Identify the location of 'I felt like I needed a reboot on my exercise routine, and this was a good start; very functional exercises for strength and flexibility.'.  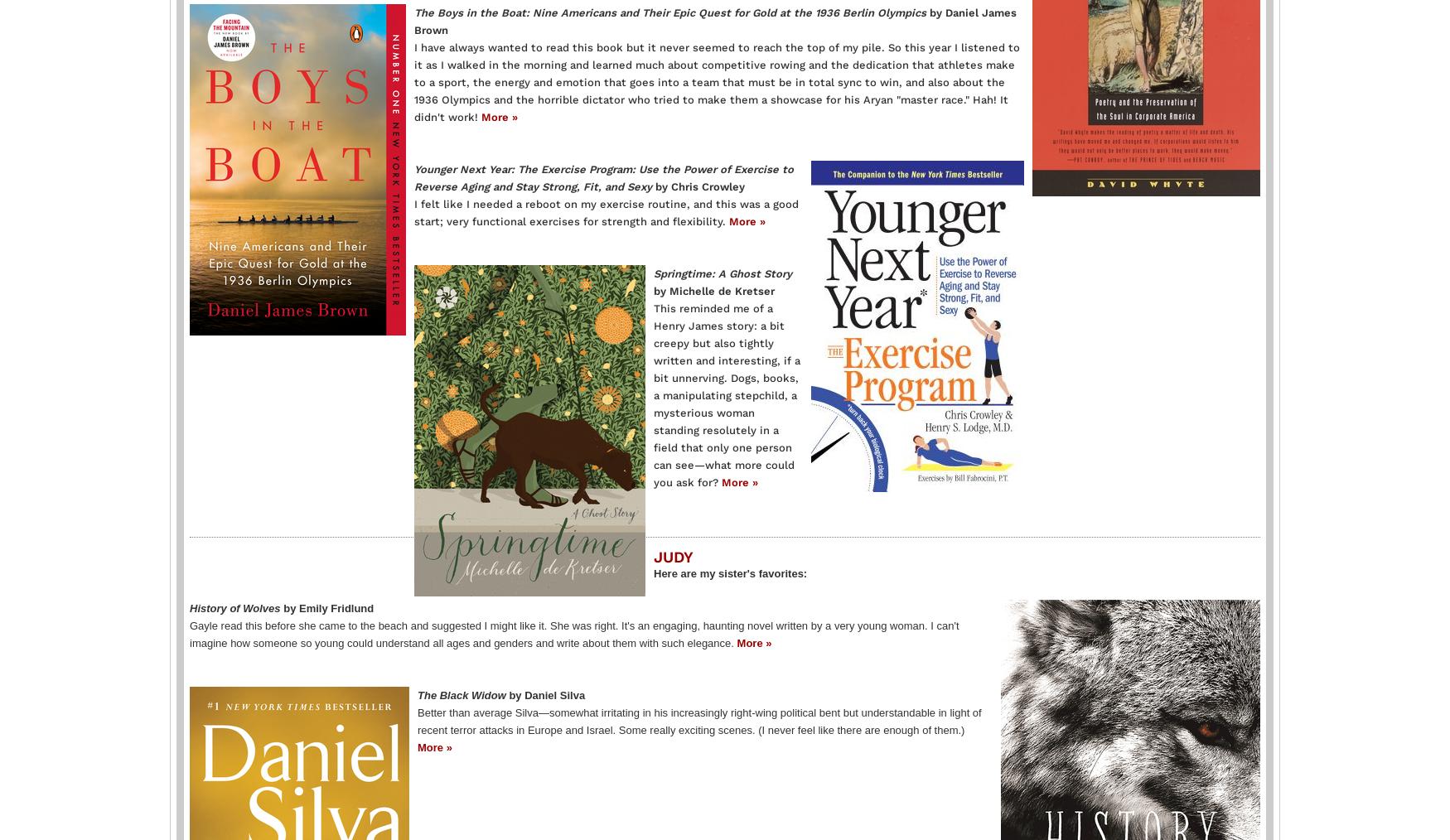
(607, 212).